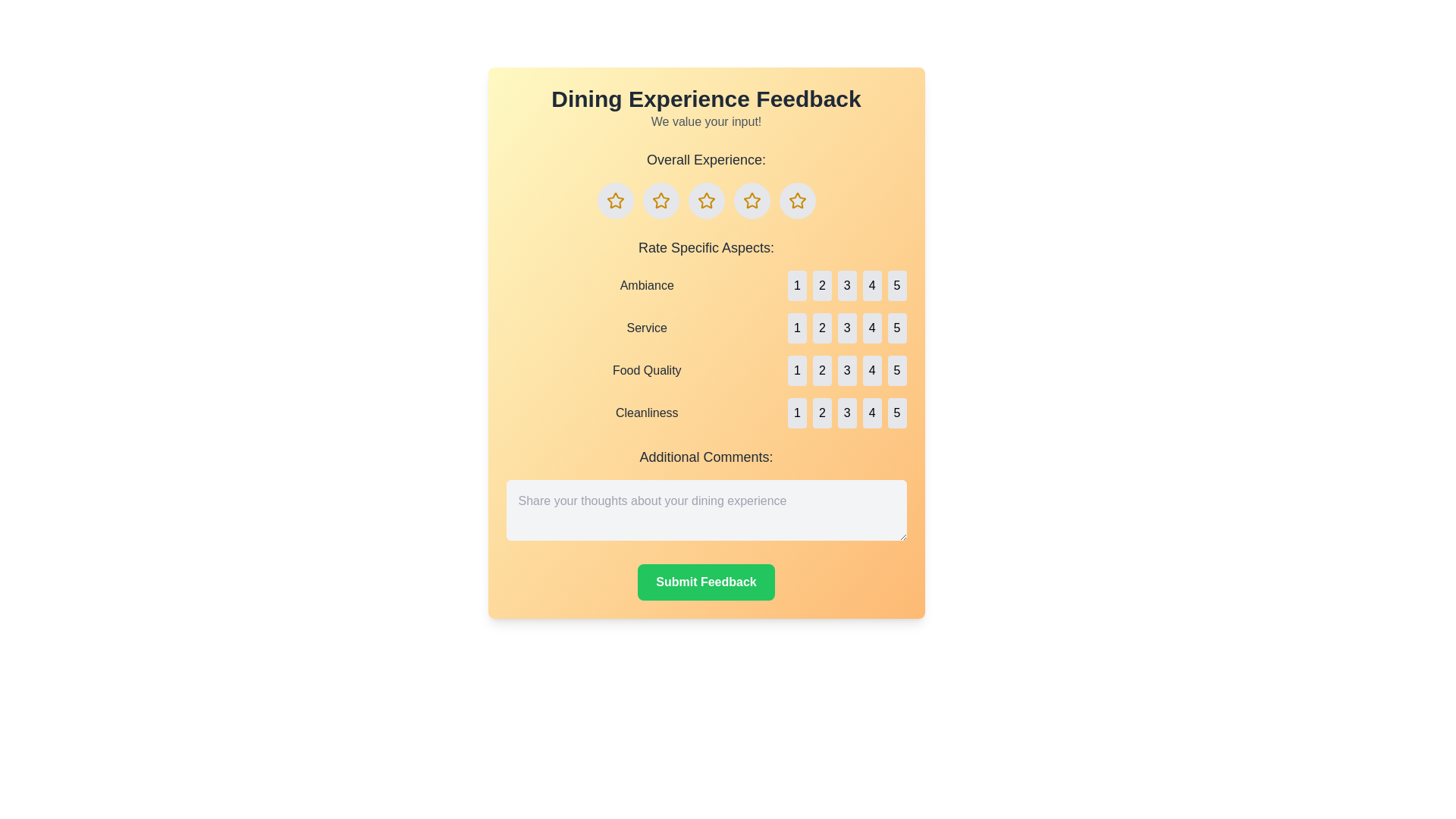  I want to click on the interactive rating buttons in the Rating section, located below the Overall Experience section, so click(705, 332).